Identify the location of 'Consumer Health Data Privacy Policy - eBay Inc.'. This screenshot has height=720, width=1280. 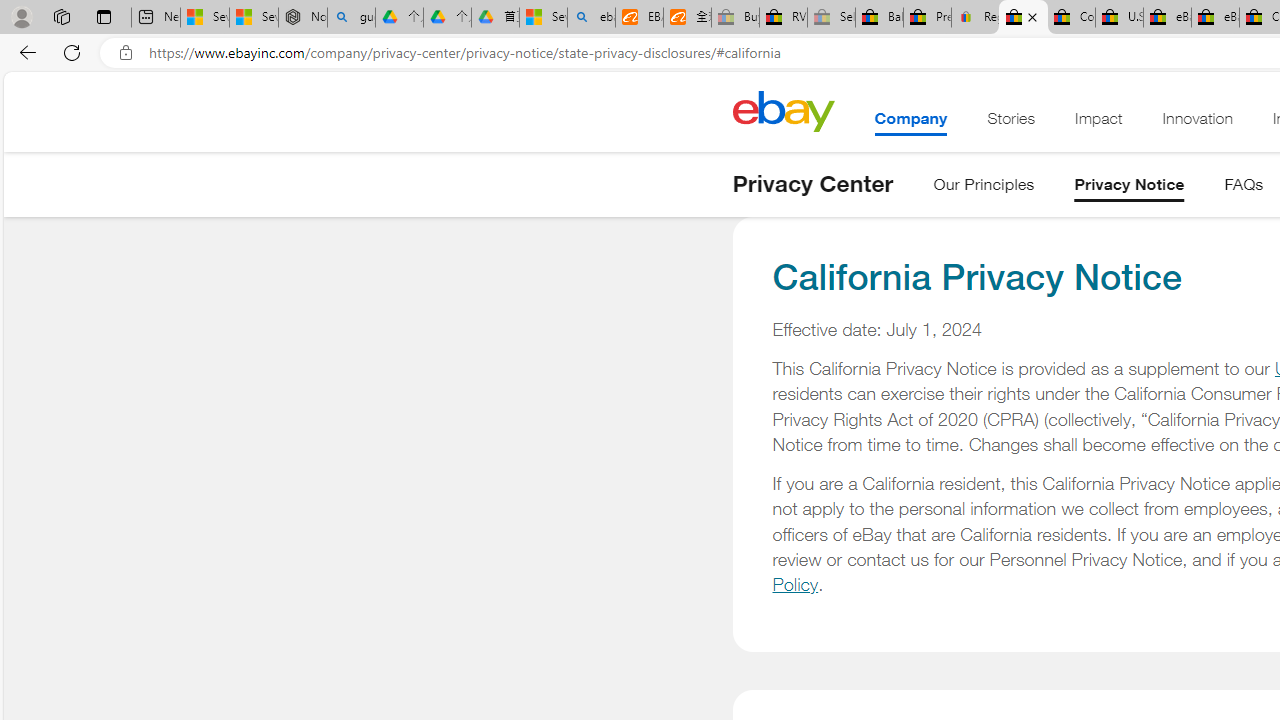
(1070, 17).